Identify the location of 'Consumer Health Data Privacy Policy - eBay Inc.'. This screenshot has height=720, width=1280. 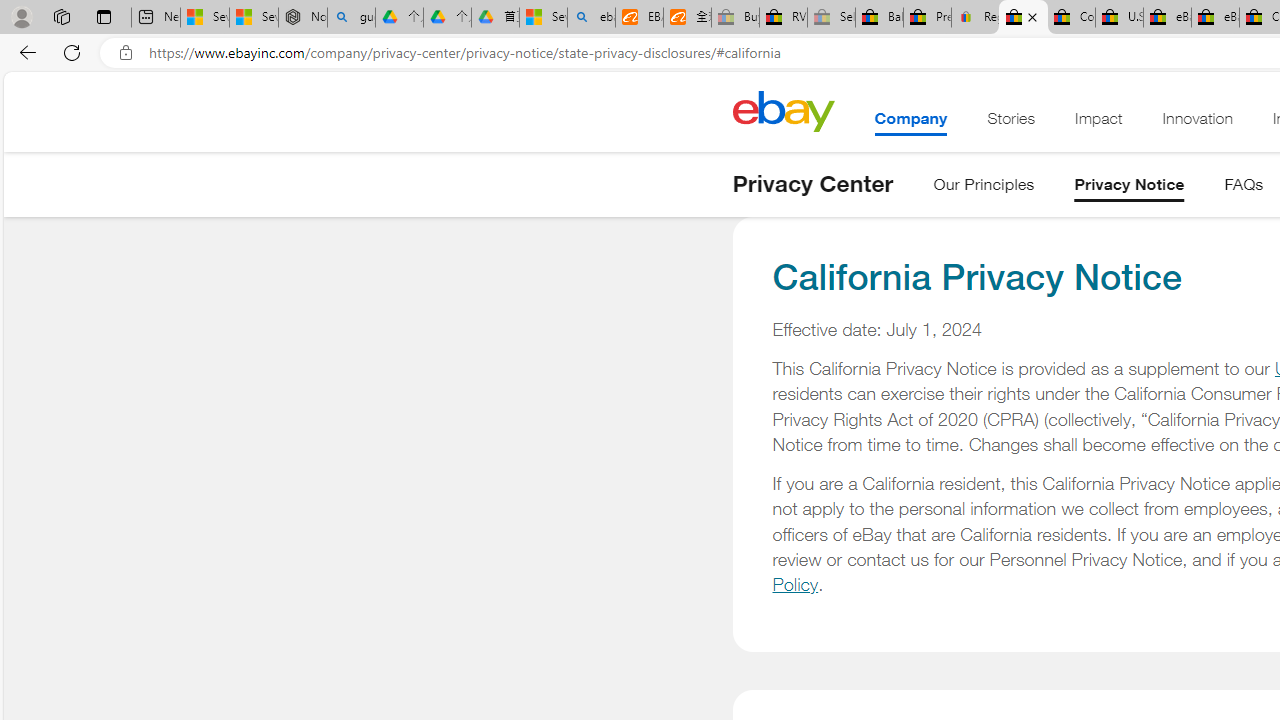
(1070, 17).